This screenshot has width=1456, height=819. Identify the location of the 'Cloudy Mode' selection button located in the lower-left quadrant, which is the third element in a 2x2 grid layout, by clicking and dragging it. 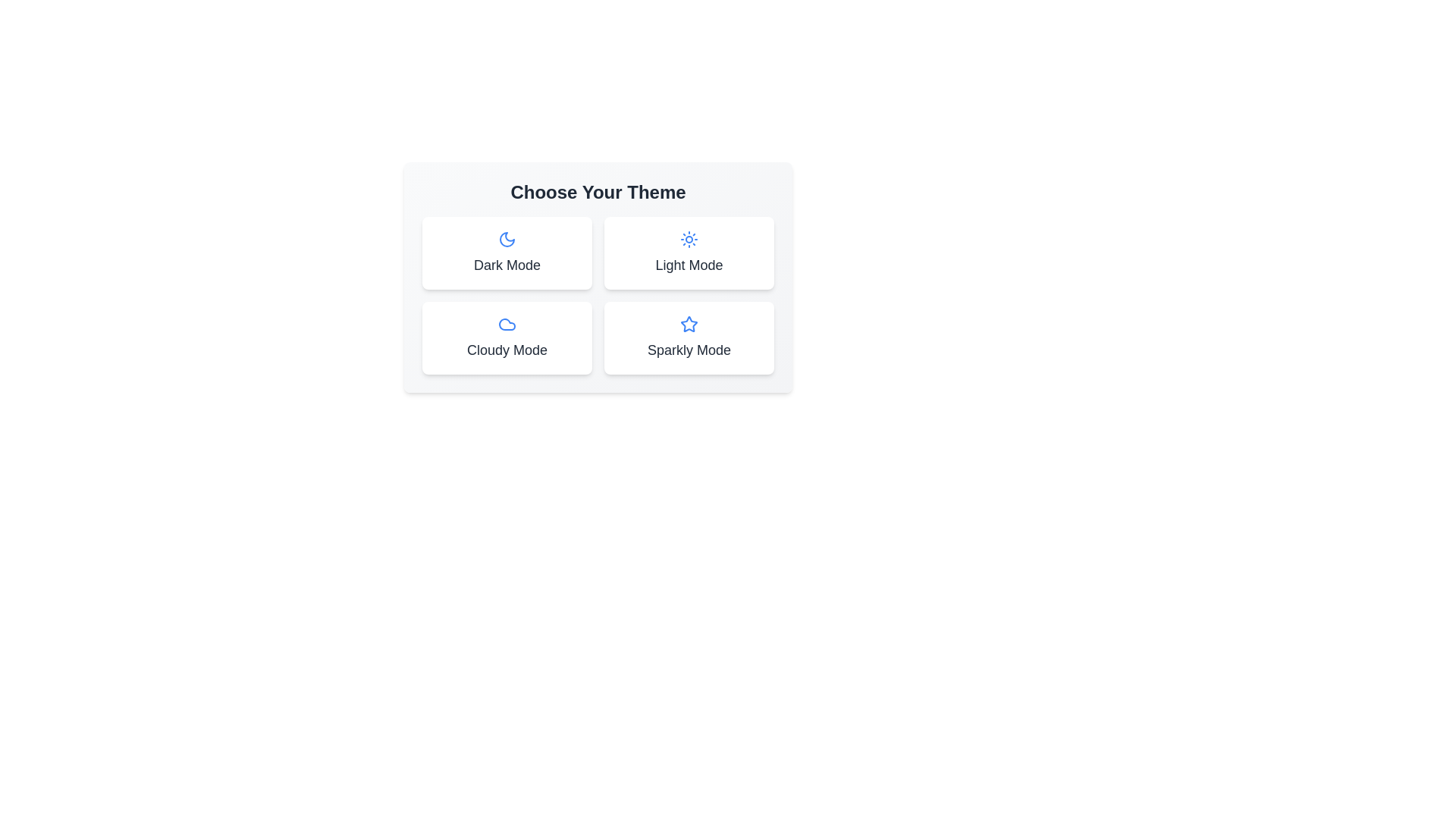
(507, 337).